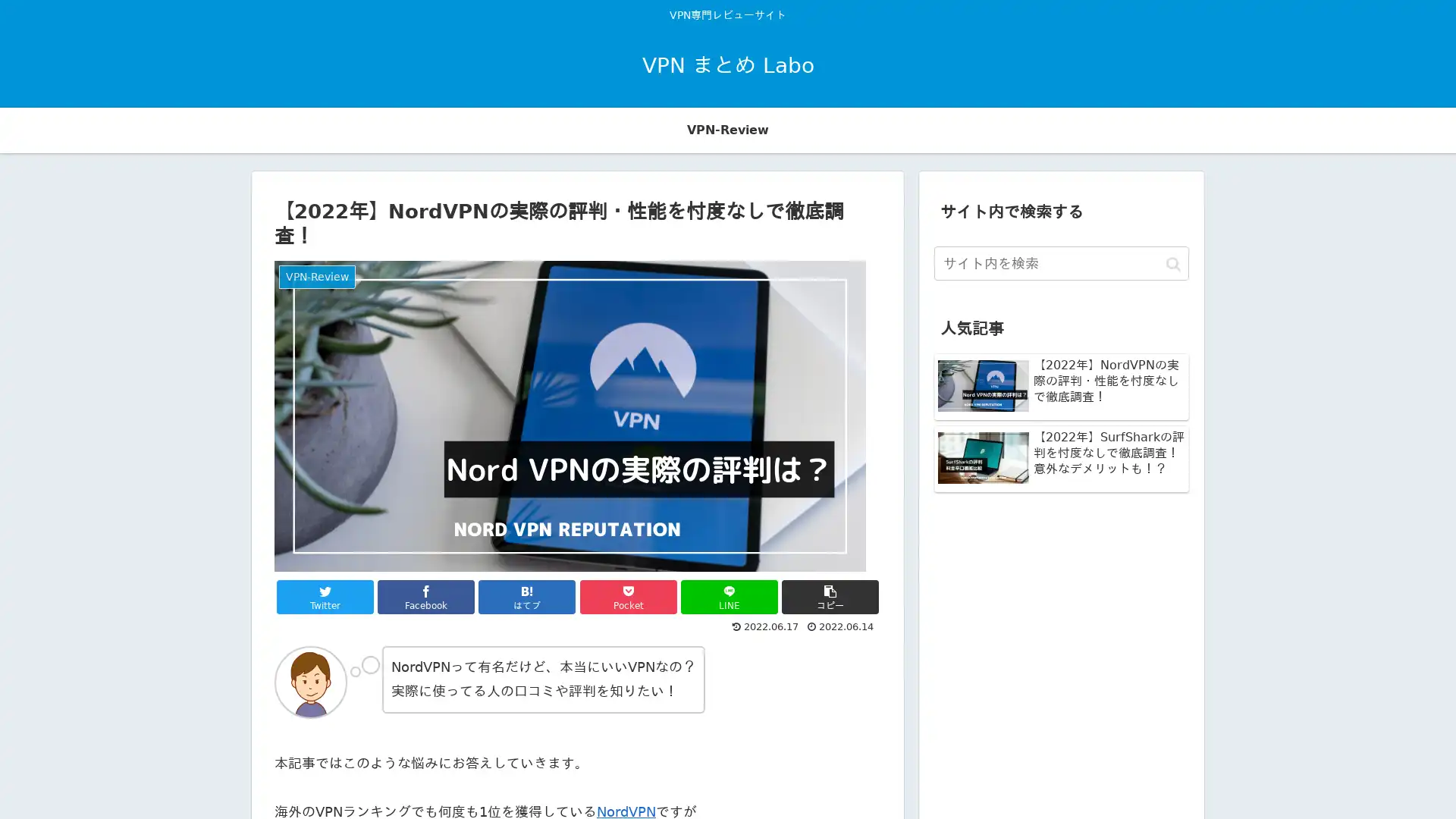 This screenshot has height=819, width=1456. I want to click on button, so click(1172, 262).